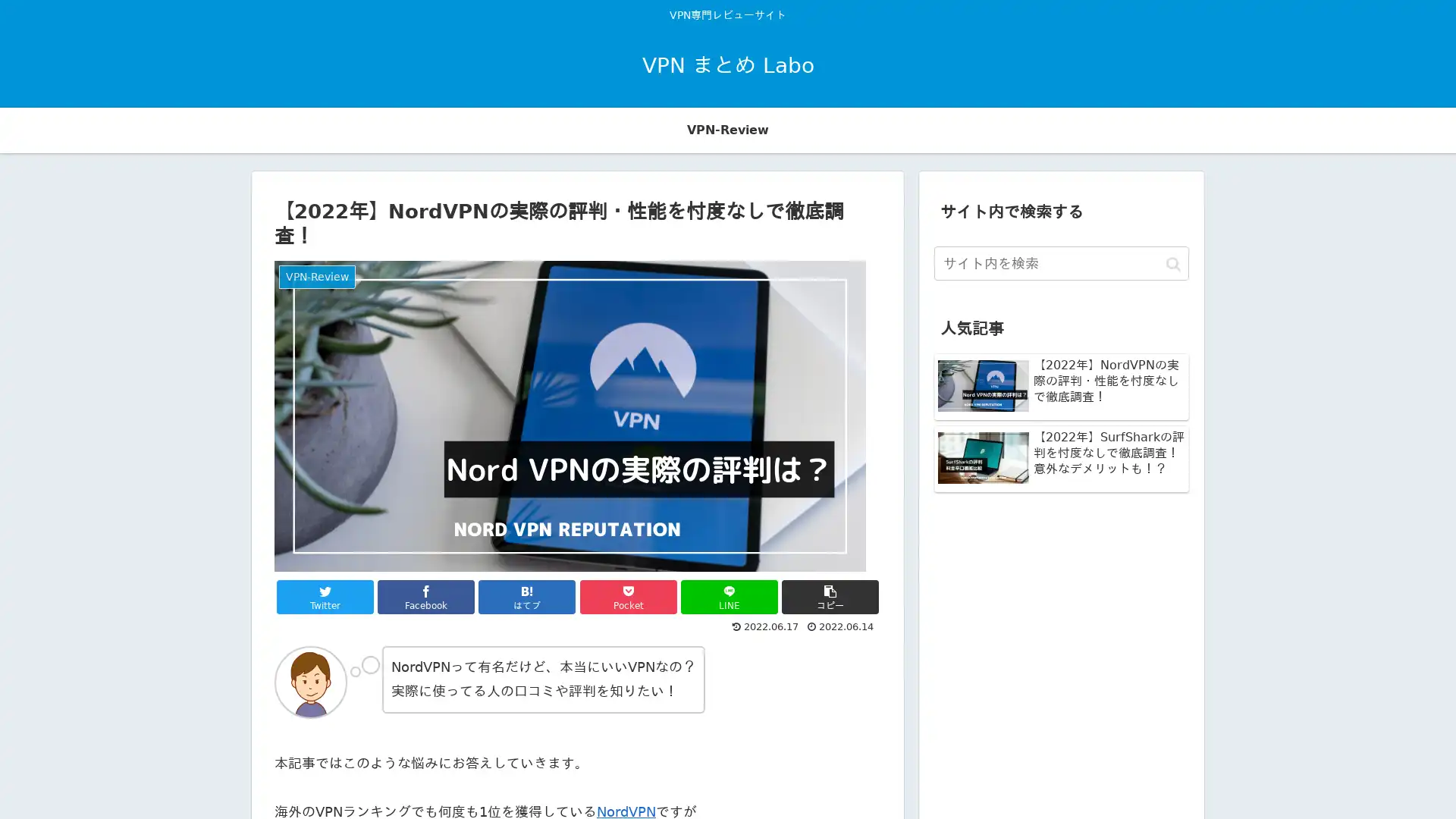 This screenshot has height=819, width=1456. I want to click on button, so click(1172, 262).